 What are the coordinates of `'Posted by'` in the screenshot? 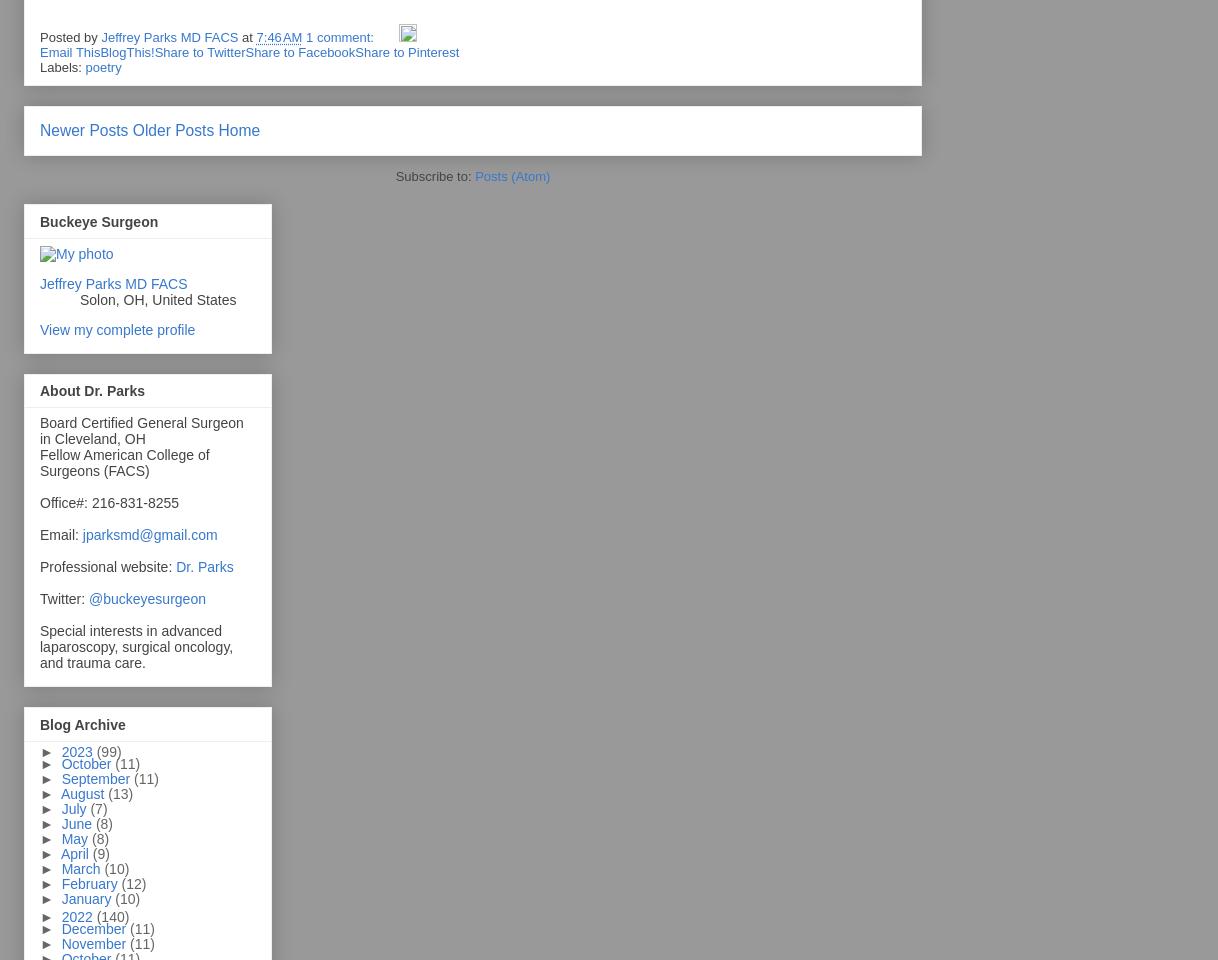 It's located at (39, 36).